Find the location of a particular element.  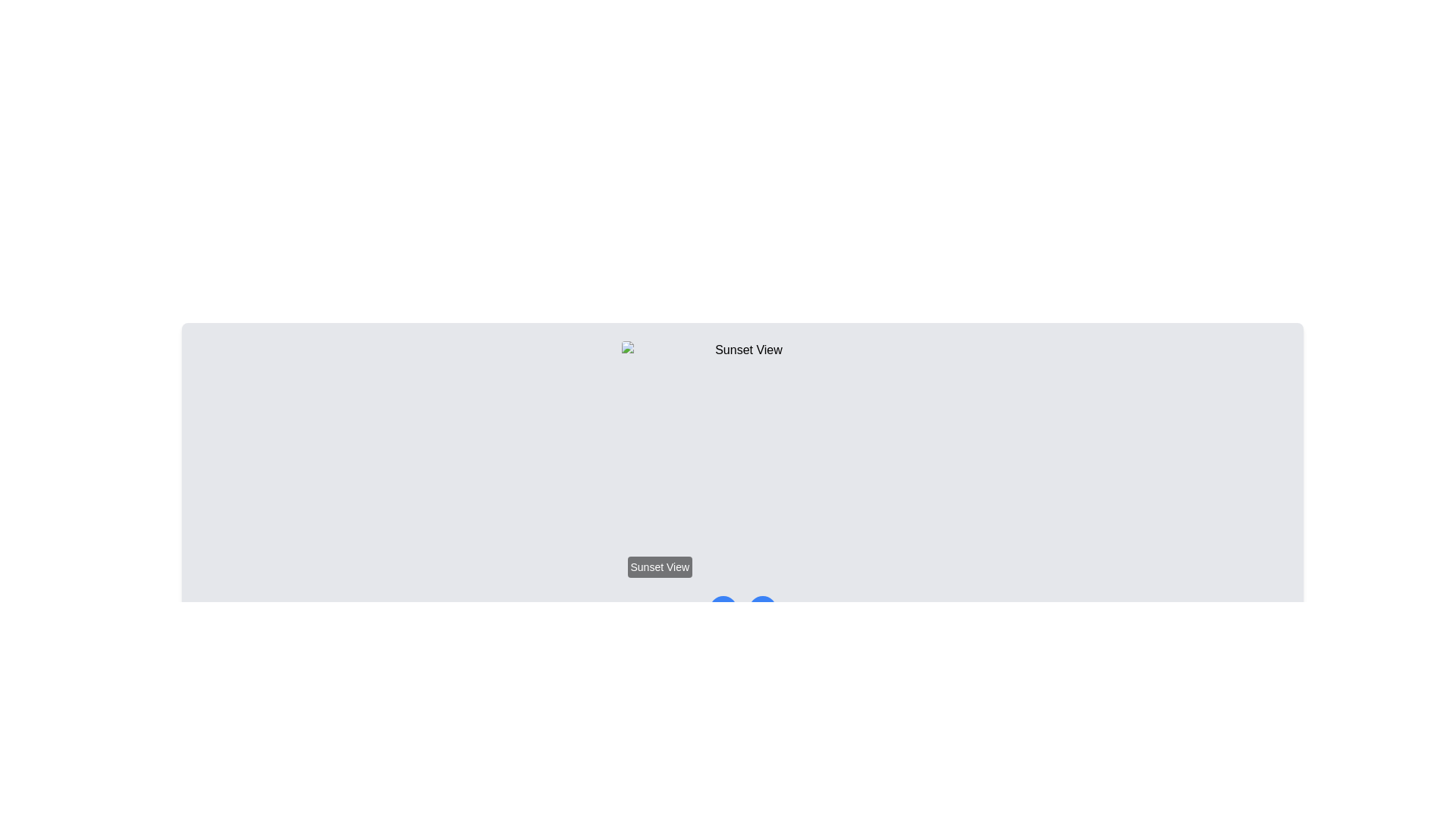

the gray circle of the carousel indicator is located at coordinates (742, 640).